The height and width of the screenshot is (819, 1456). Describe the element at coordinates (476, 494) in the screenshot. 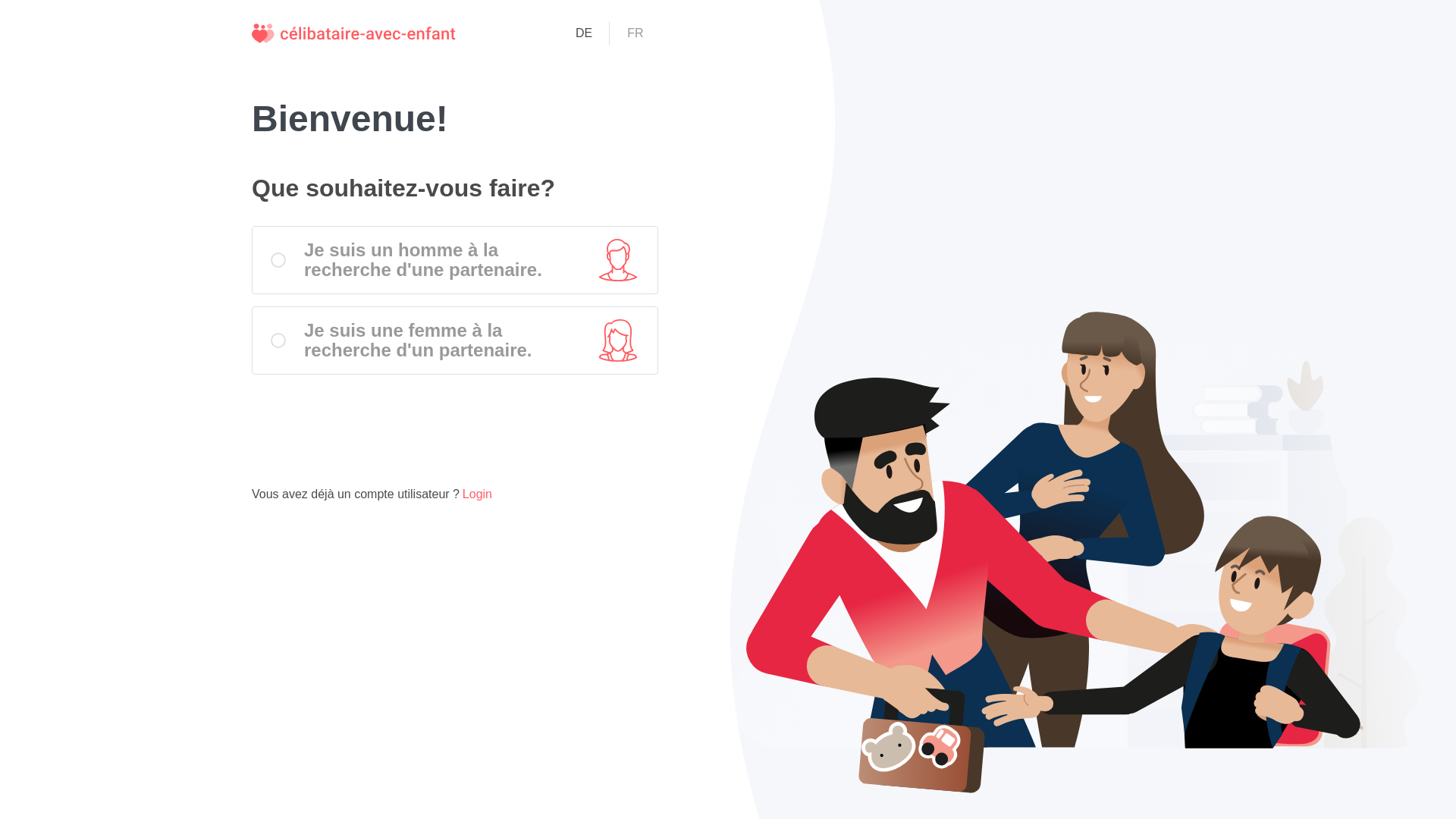

I see `'Login'` at that location.